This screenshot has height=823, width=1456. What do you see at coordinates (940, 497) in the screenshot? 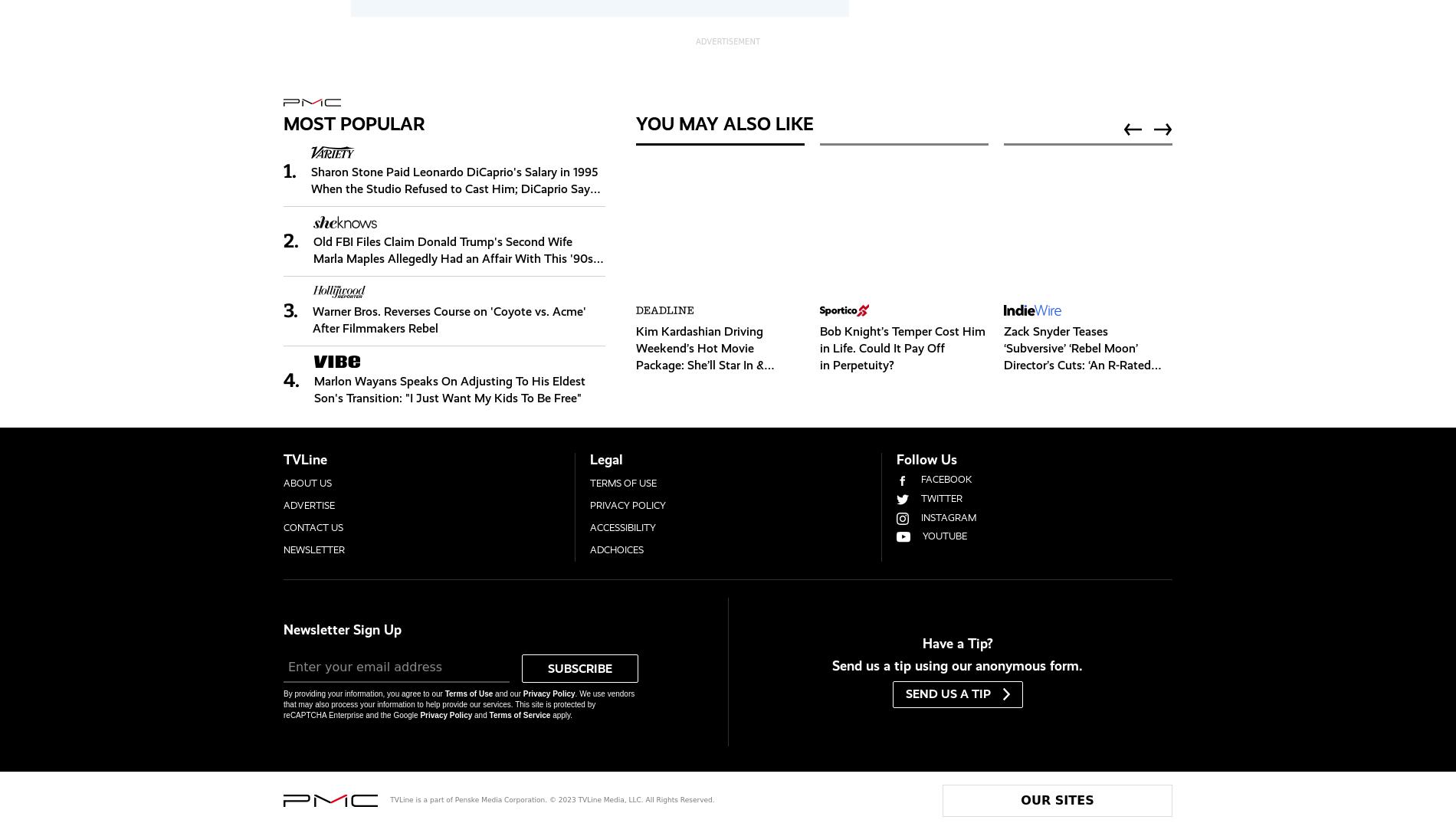
I see `'twitter'` at bounding box center [940, 497].